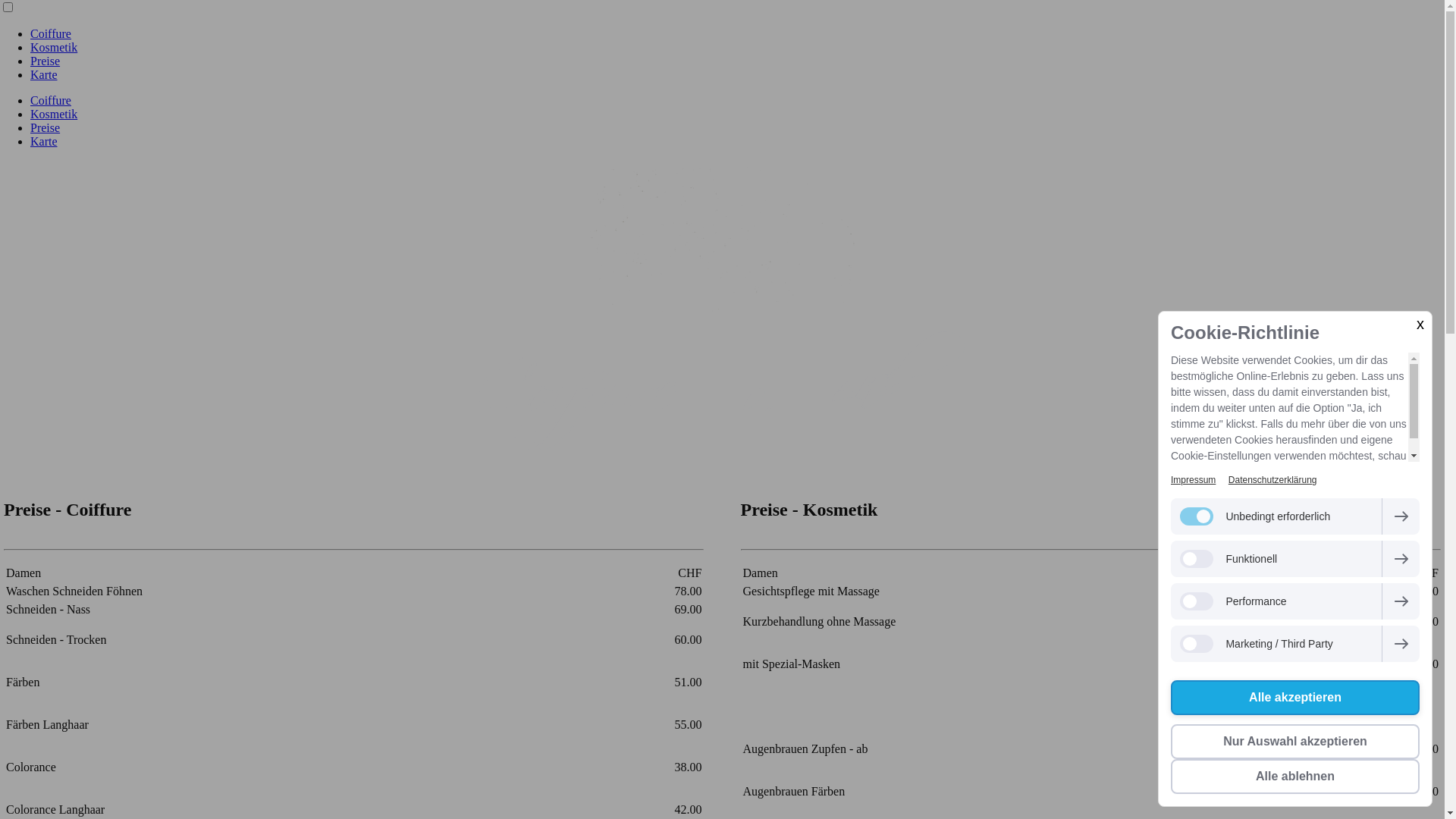  Describe the element at coordinates (1294, 776) in the screenshot. I see `'Alle ablehnen'` at that location.